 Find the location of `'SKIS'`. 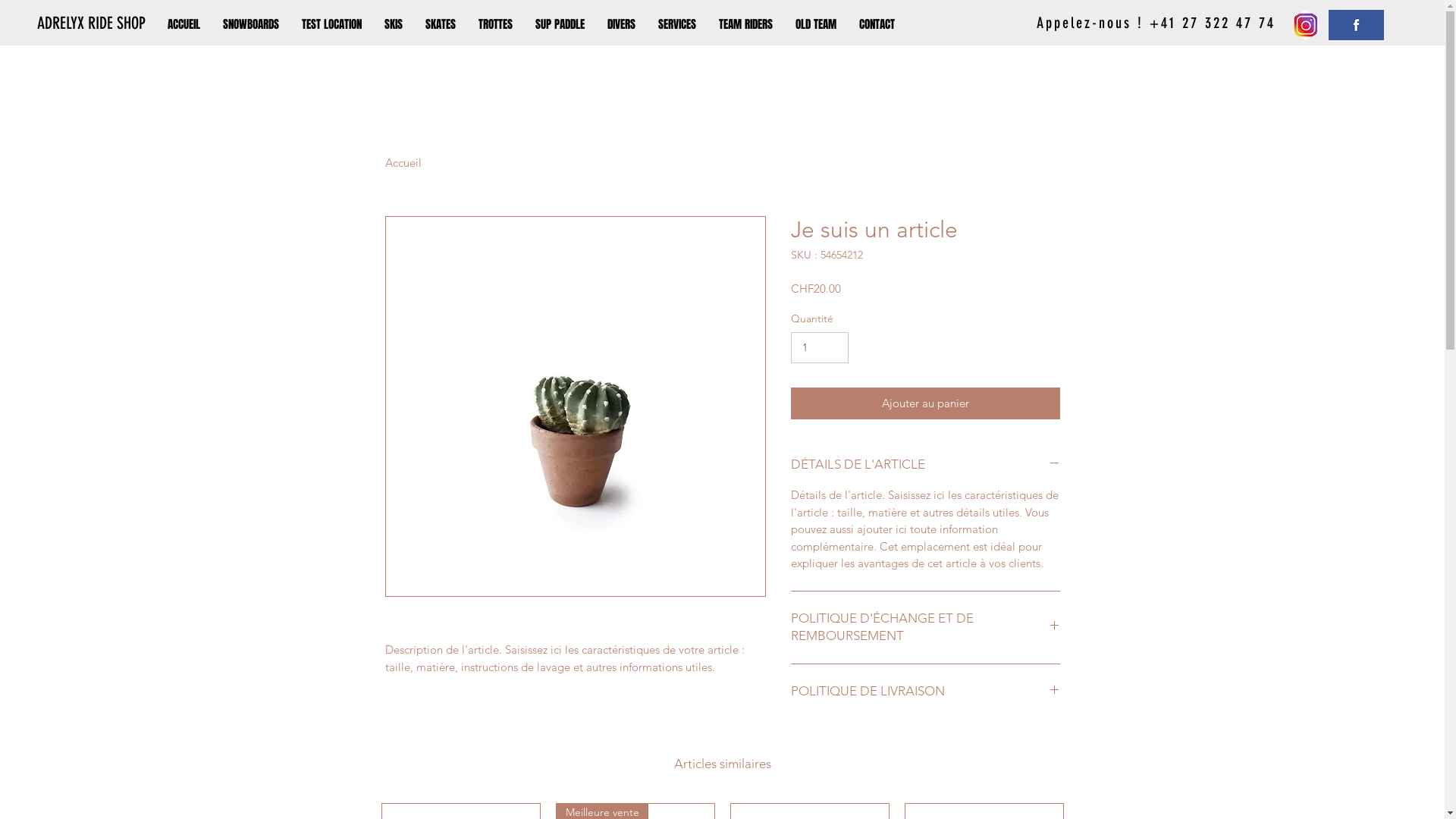

'SKIS' is located at coordinates (393, 24).